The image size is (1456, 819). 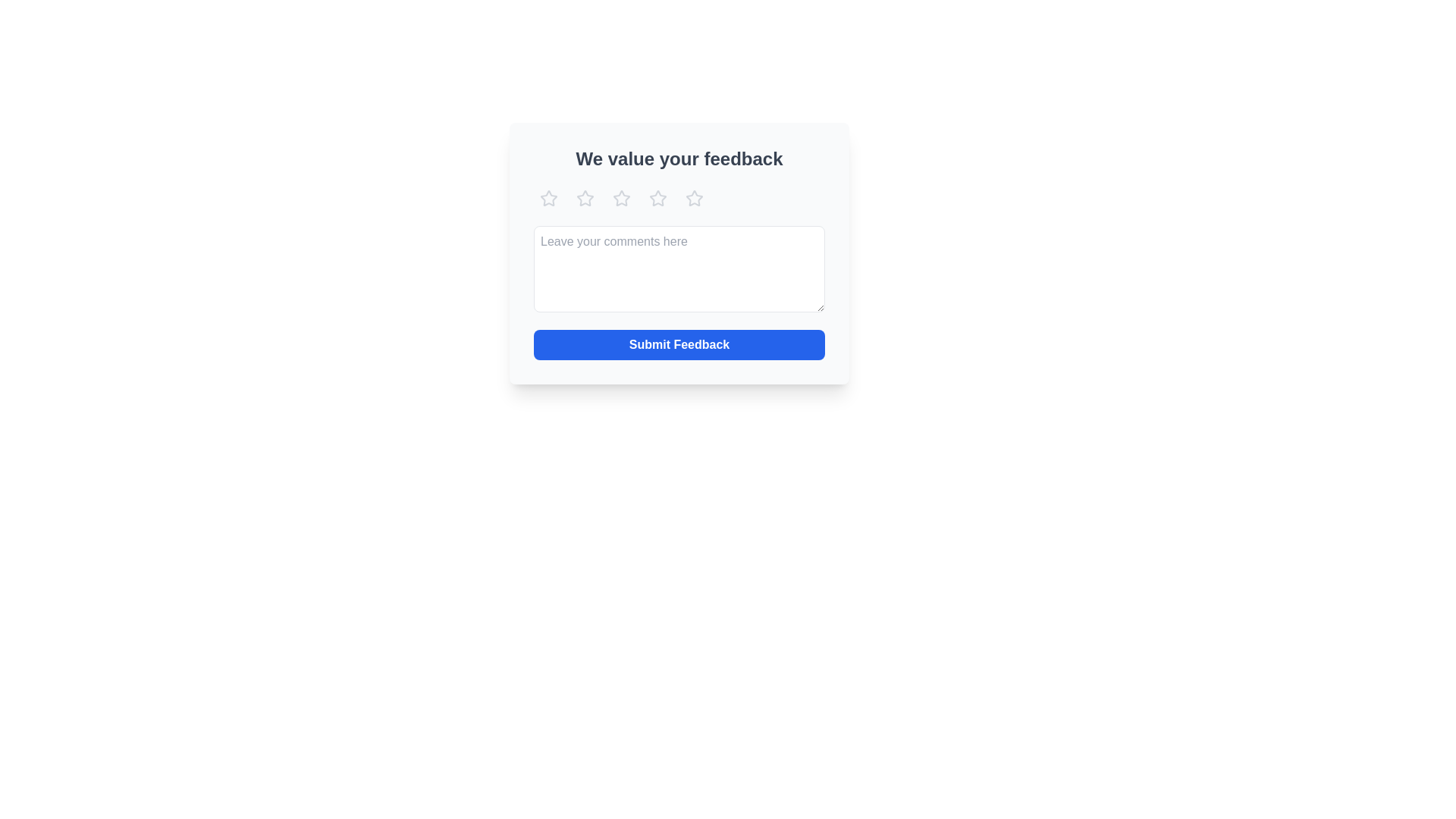 I want to click on the fifth star-shaped icon in the row of star icons in the feedback section of the interface, so click(x=694, y=197).